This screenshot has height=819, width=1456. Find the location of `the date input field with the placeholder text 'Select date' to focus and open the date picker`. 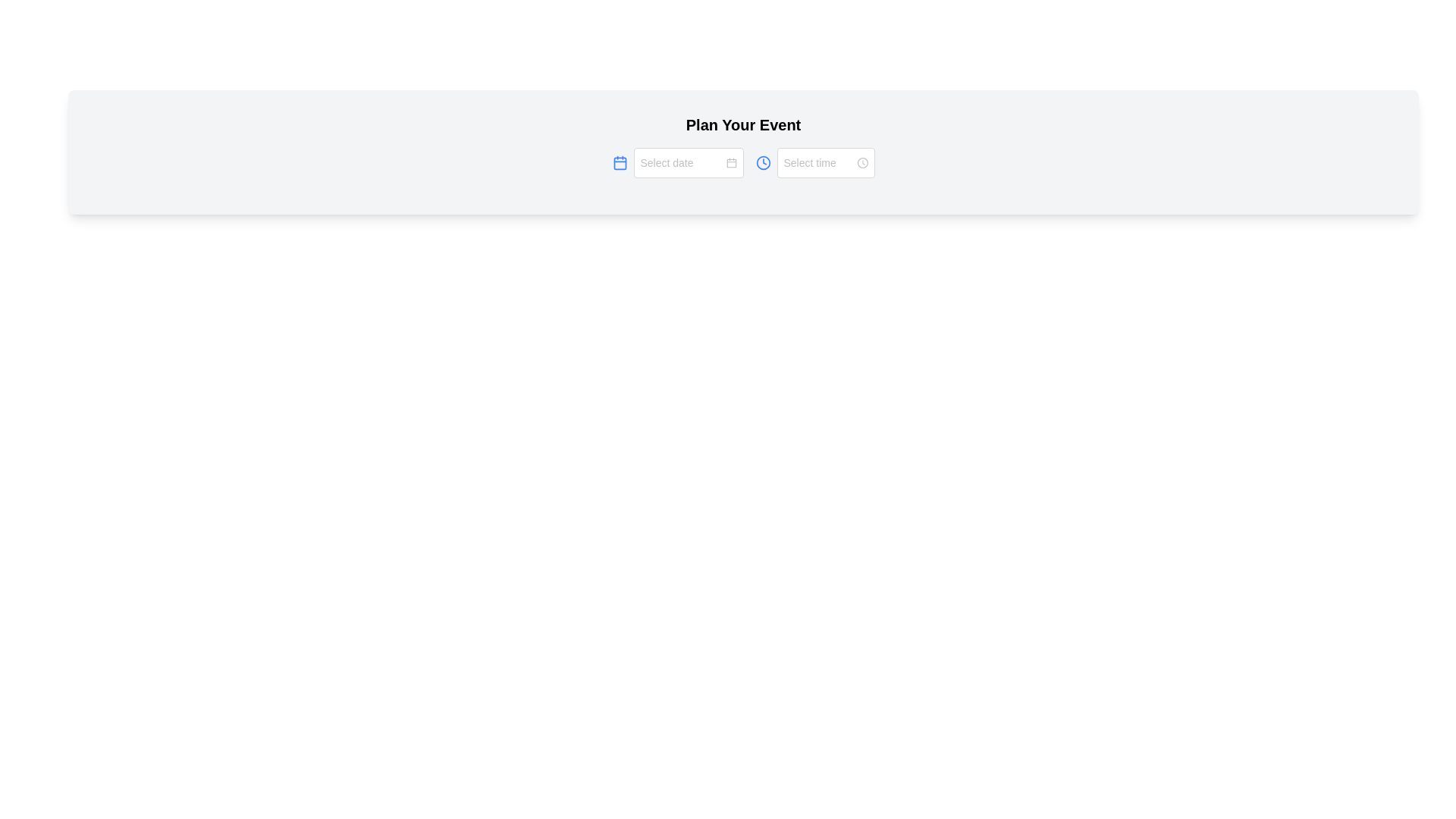

the date input field with the placeholder text 'Select date' to focus and open the date picker is located at coordinates (687, 163).